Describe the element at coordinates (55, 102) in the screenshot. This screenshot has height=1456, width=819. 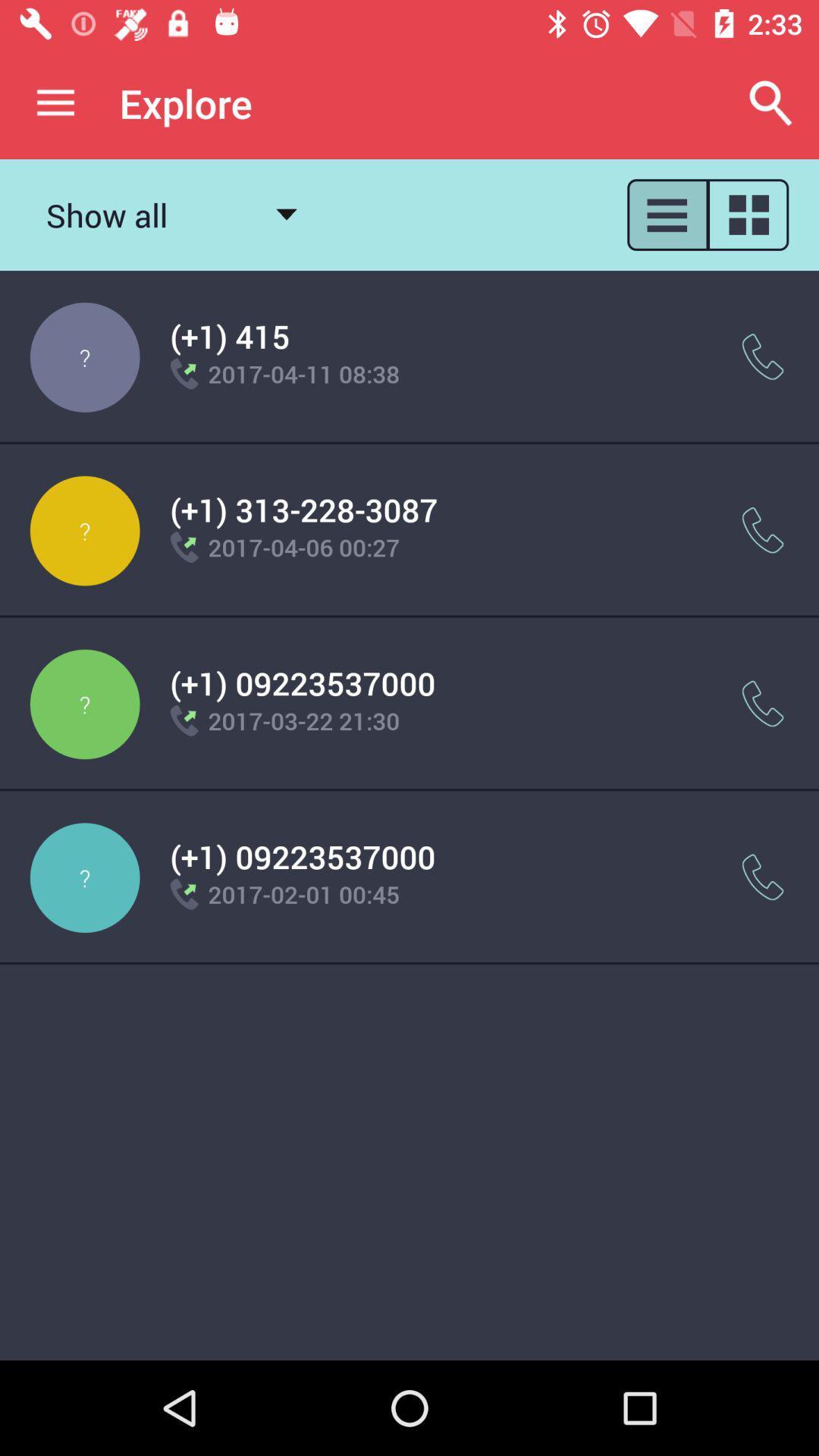
I see `app to the left of explore app` at that location.